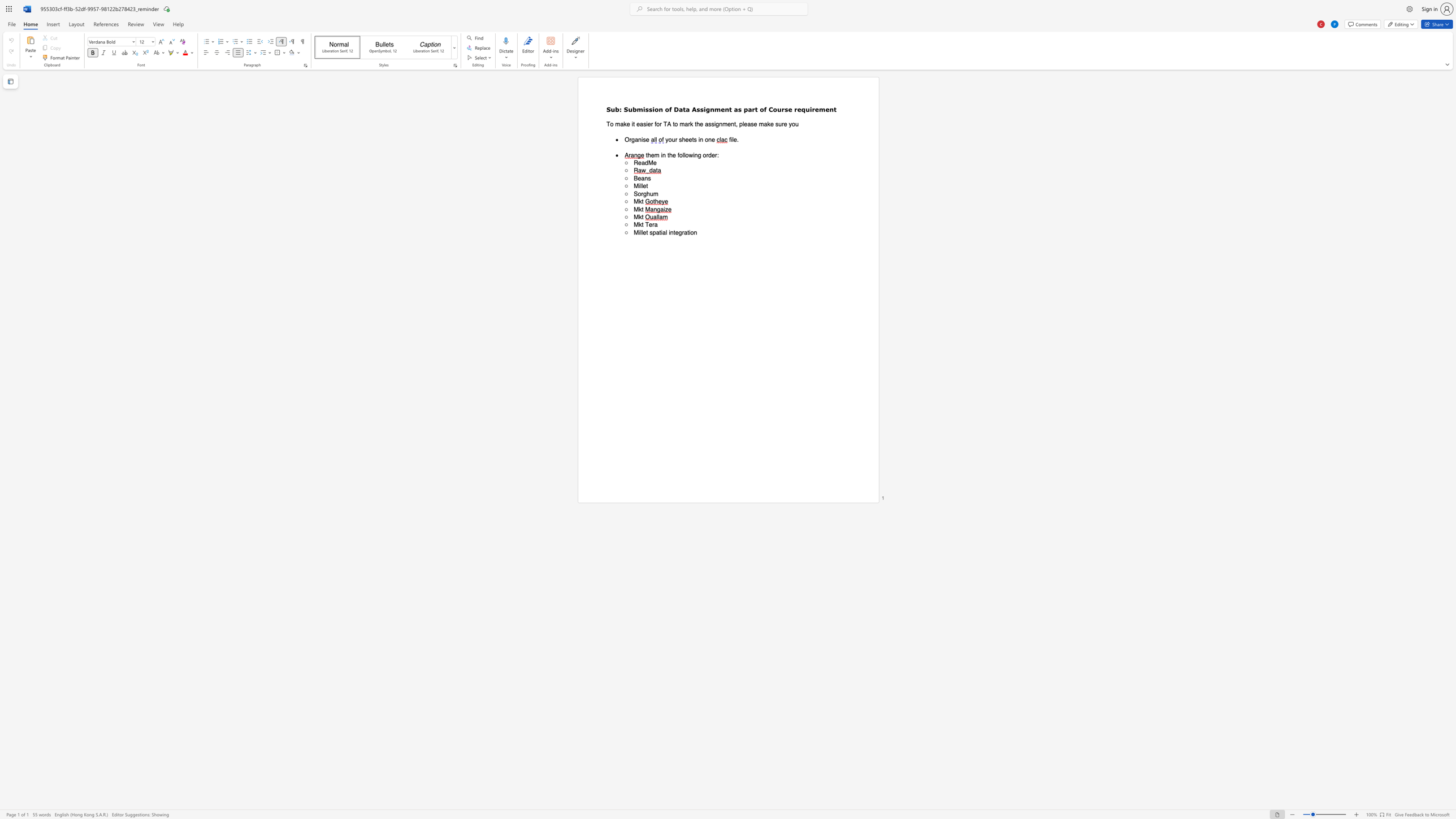 The image size is (1456, 819). What do you see at coordinates (687, 155) in the screenshot?
I see `the 2th character "o" in the text` at bounding box center [687, 155].